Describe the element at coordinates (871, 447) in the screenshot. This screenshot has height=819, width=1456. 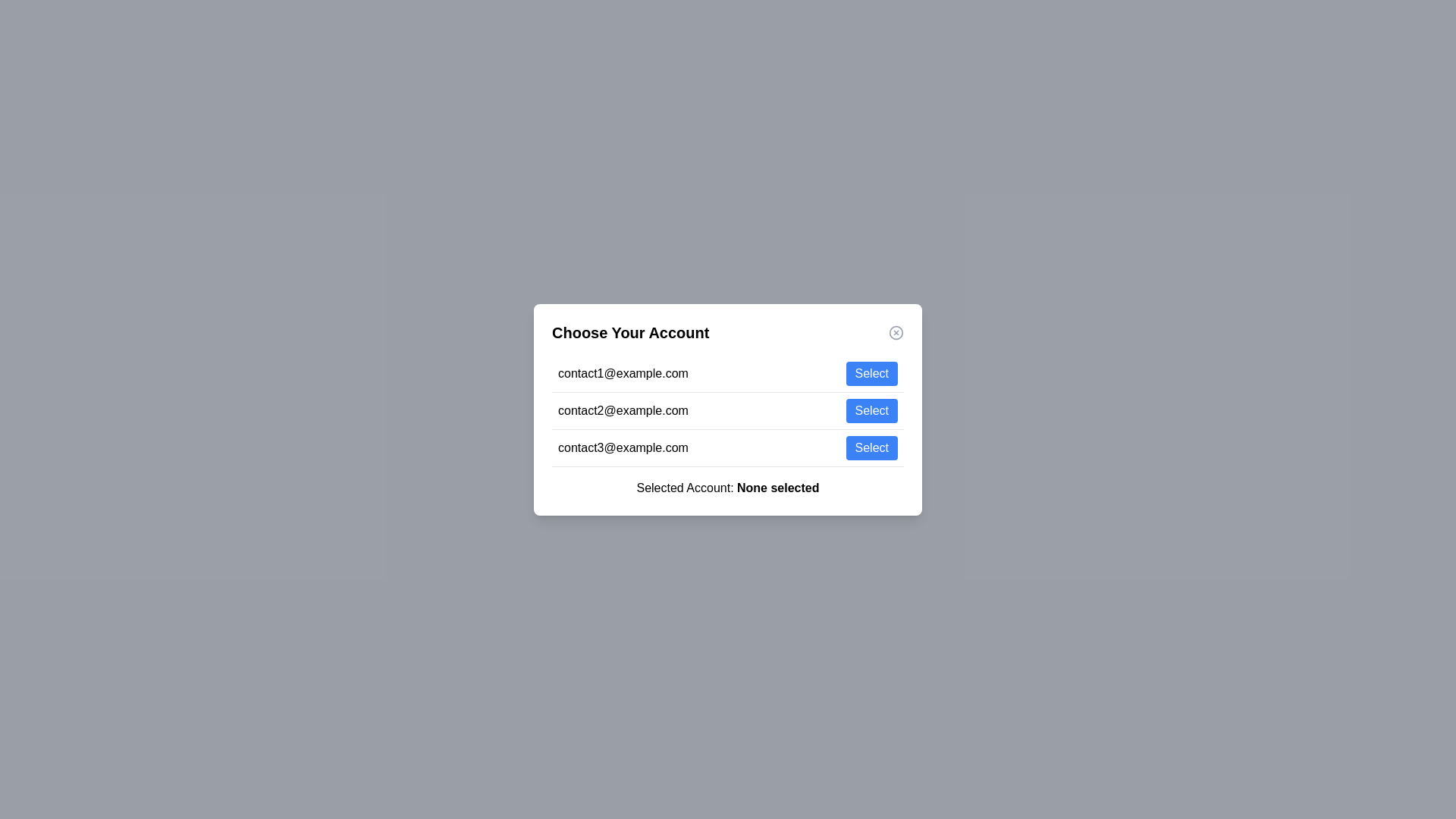
I see `'Select' button corresponding to contact3@example.com to choose that account` at that location.